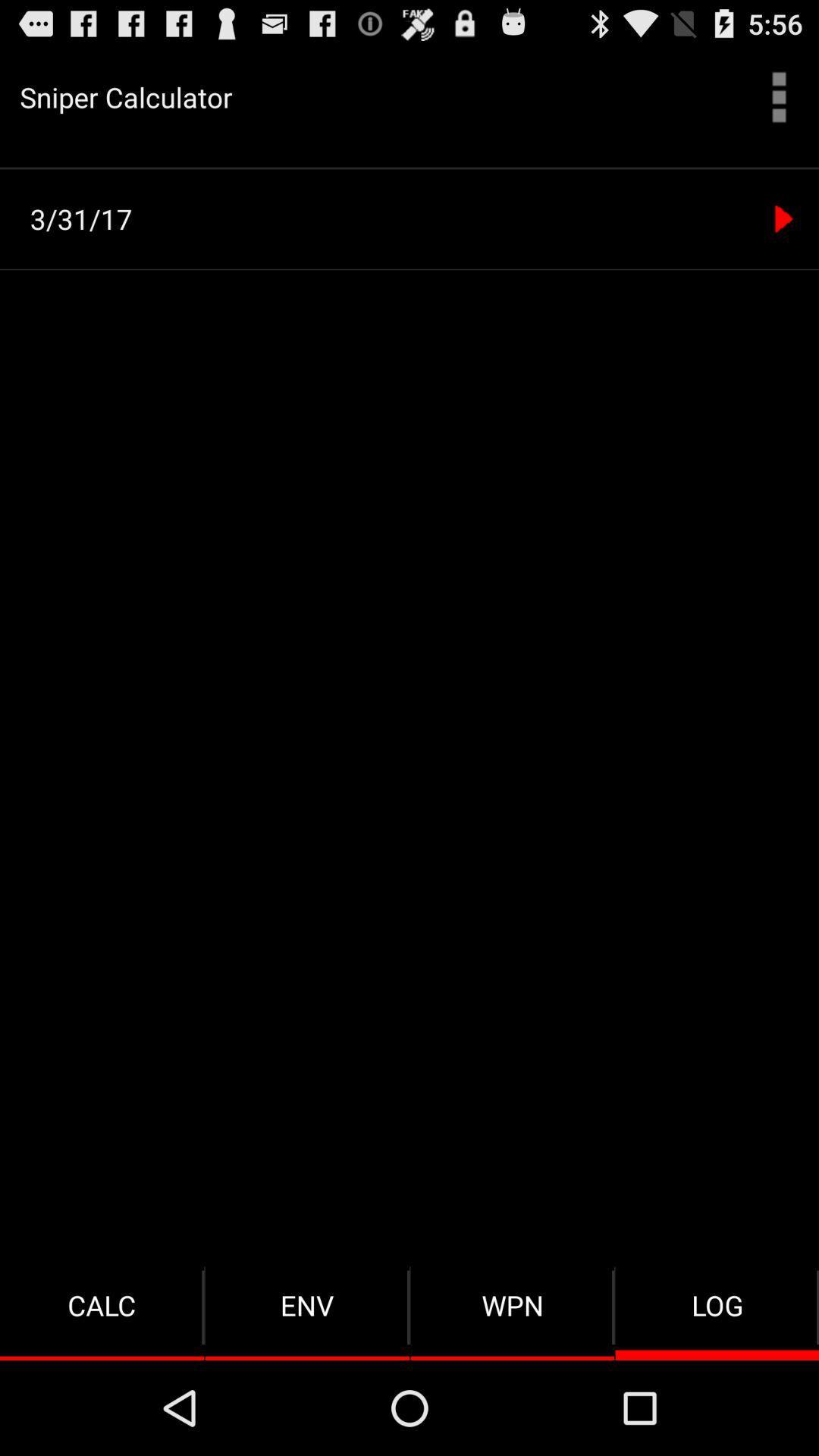 The image size is (819, 1456). What do you see at coordinates (779, 96) in the screenshot?
I see `icon at the top right corner` at bounding box center [779, 96].